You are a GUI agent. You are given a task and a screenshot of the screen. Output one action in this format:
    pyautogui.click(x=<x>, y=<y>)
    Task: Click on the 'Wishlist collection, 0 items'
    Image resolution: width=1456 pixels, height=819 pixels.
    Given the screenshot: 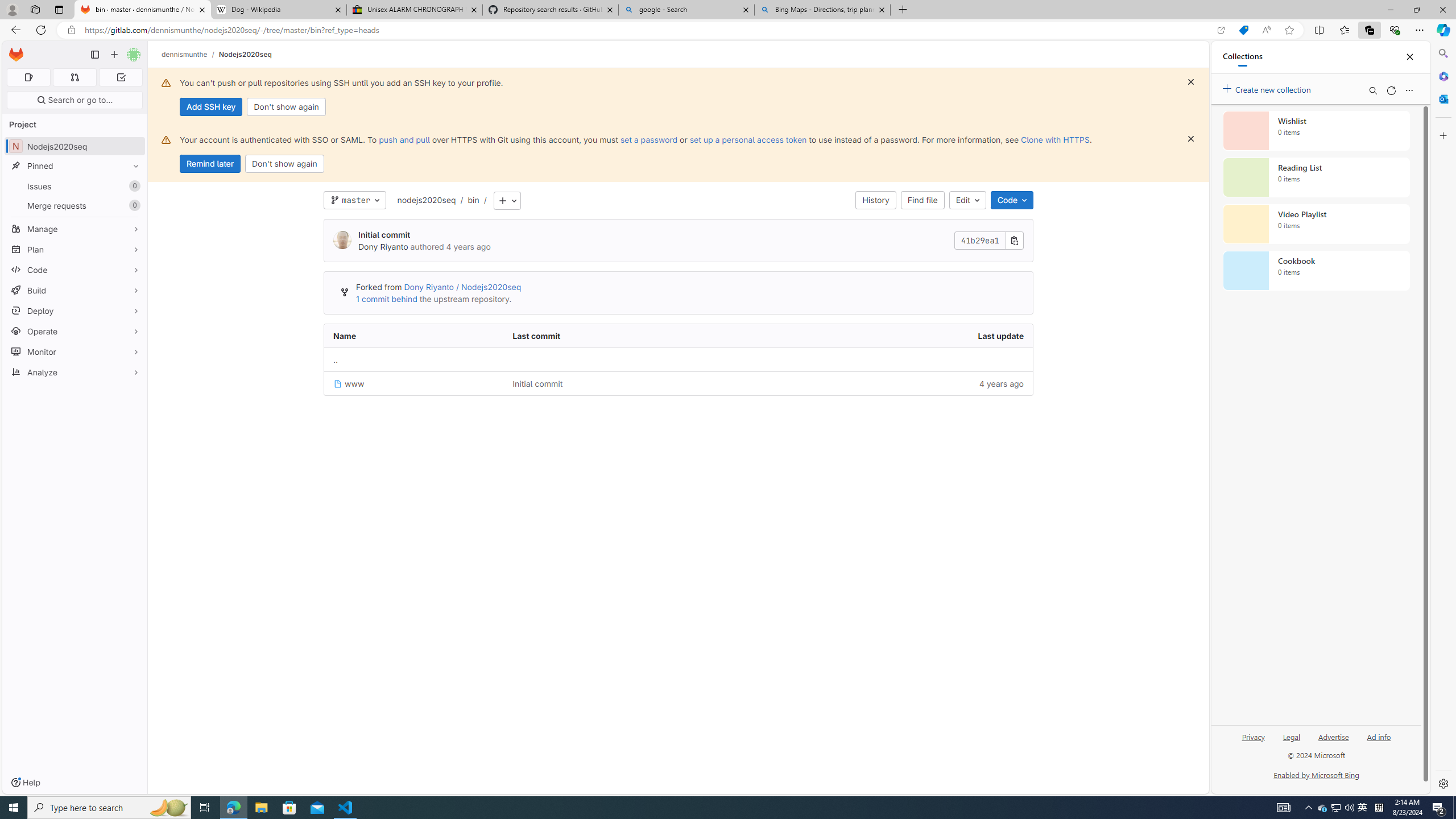 What is the action you would take?
    pyautogui.click(x=1316, y=130)
    